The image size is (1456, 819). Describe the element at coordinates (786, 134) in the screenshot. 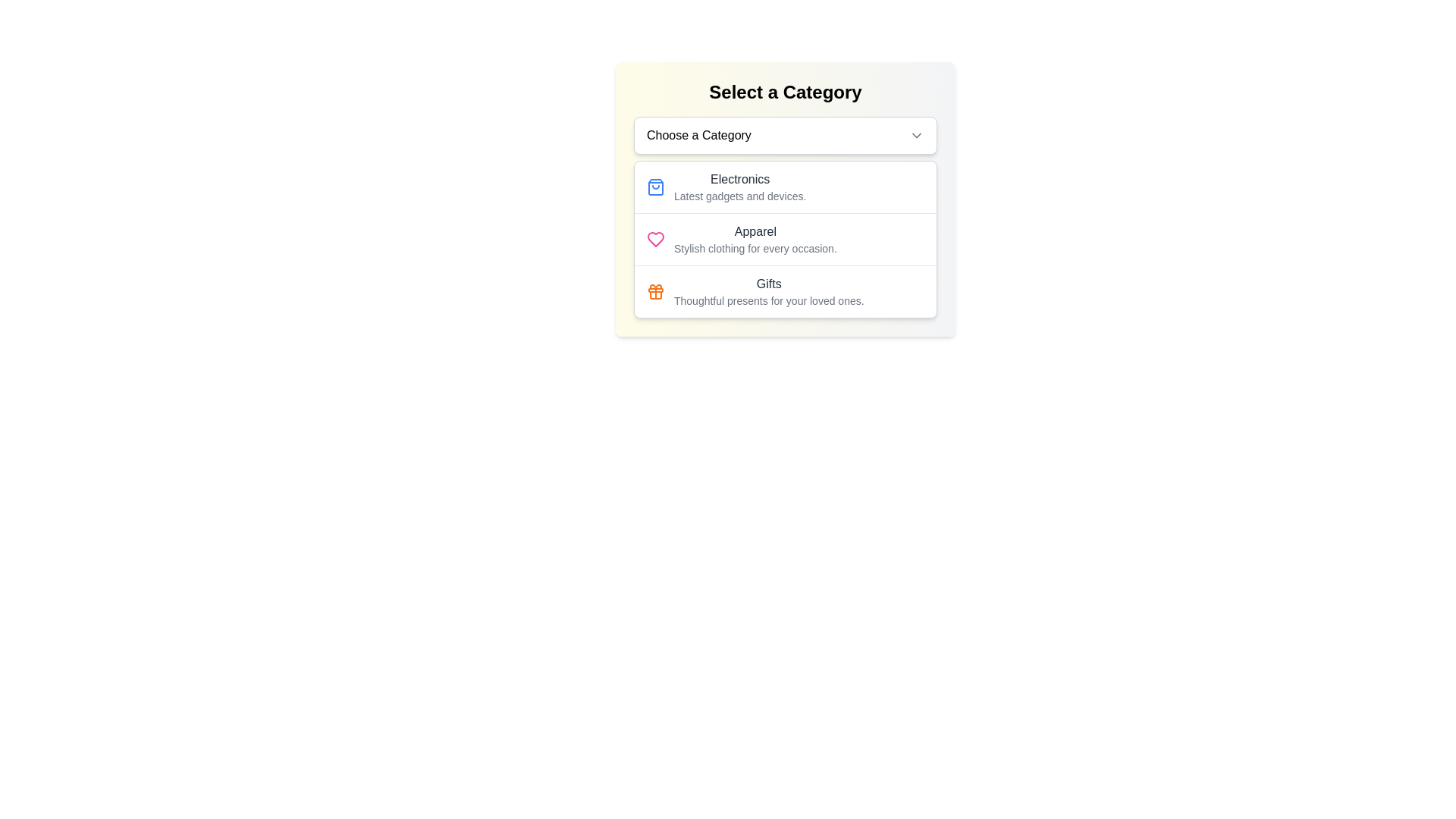

I see `the dropdown menu trigger button labeled 'Choose a Category'` at that location.